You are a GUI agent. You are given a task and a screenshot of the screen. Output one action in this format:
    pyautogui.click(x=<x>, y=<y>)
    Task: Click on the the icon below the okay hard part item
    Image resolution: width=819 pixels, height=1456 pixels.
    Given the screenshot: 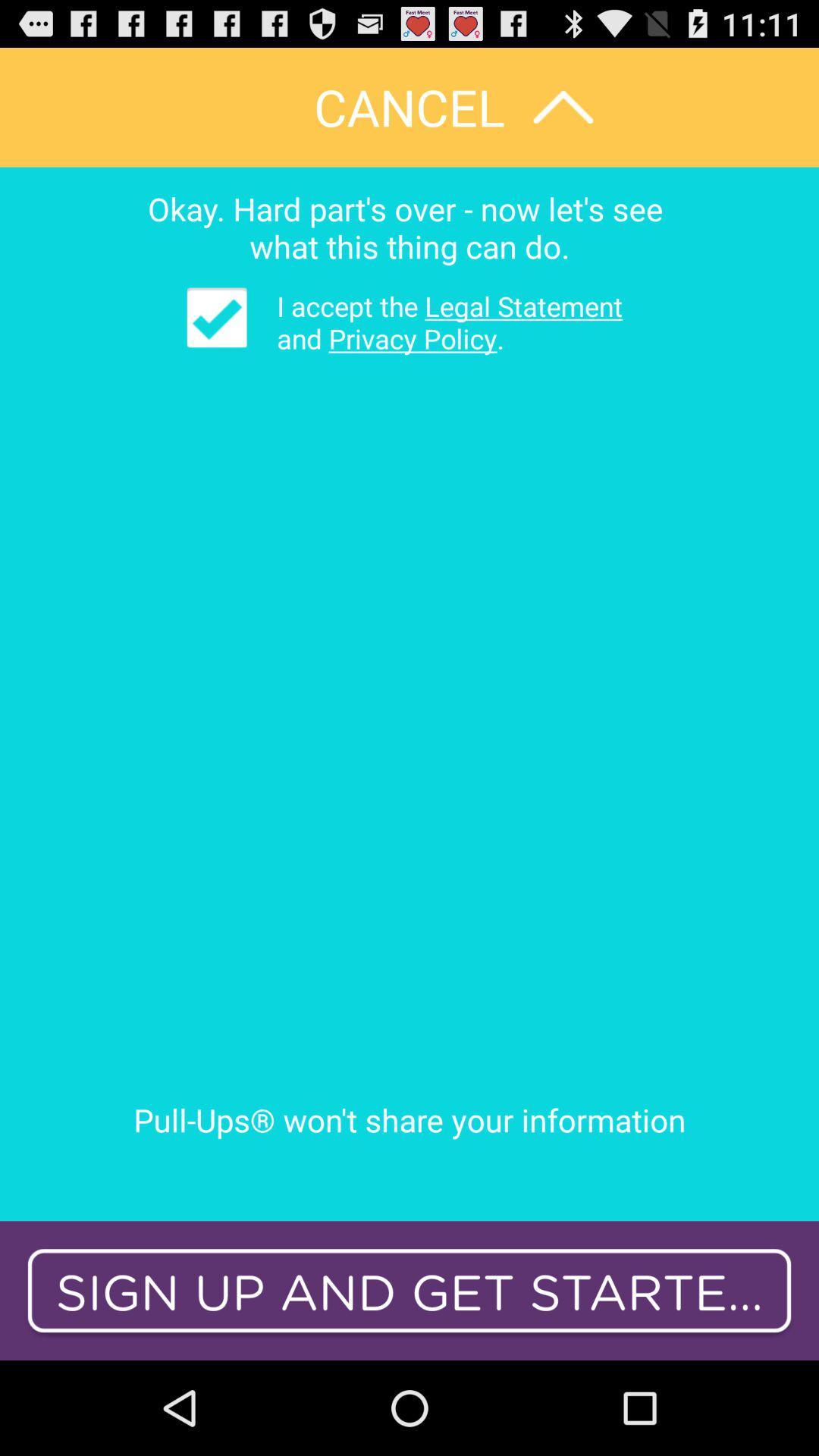 What is the action you would take?
    pyautogui.click(x=438, y=322)
    